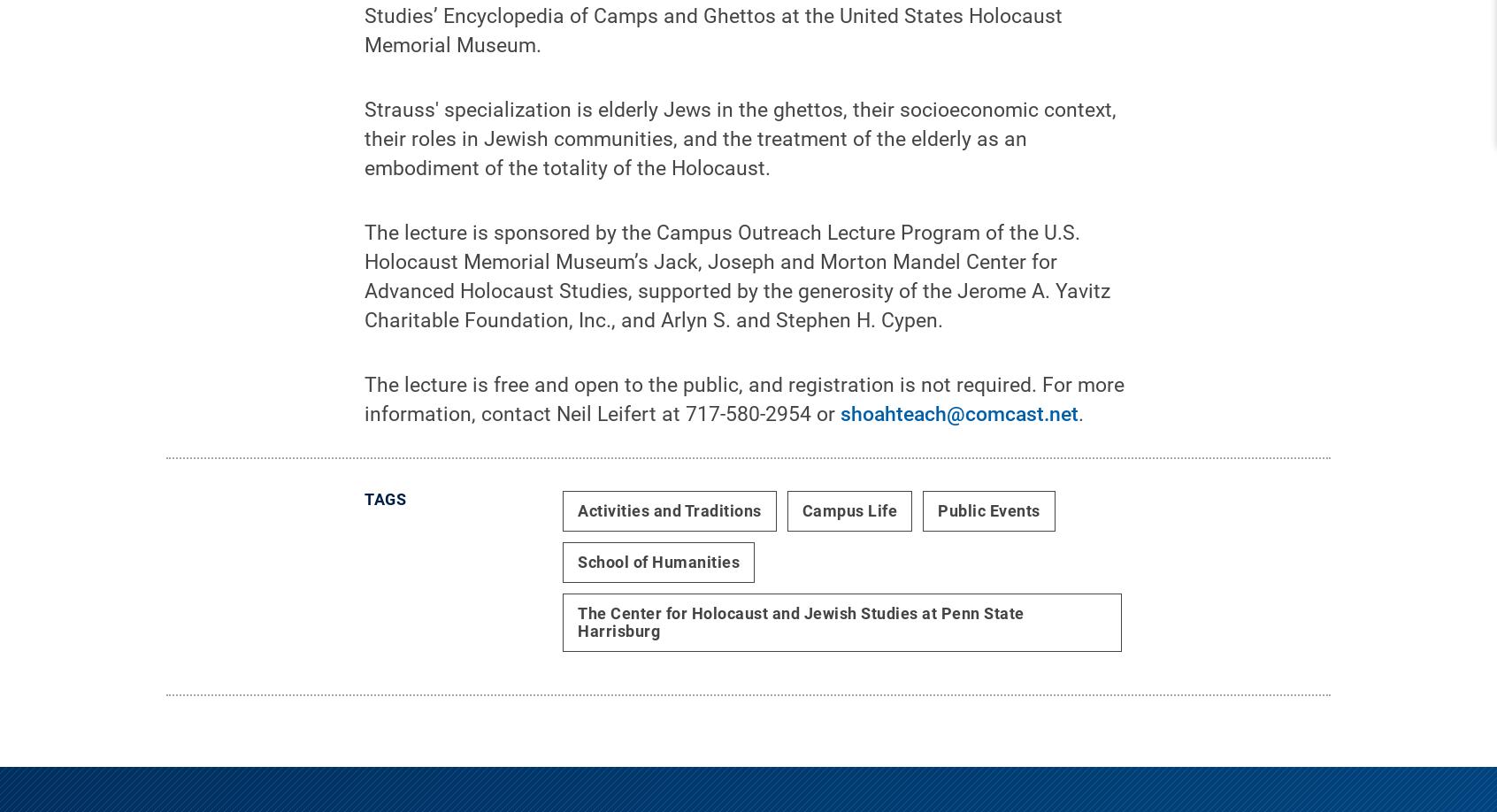 The height and width of the screenshot is (812, 1497). I want to click on 'shoahteach@comcast.net', so click(959, 427).